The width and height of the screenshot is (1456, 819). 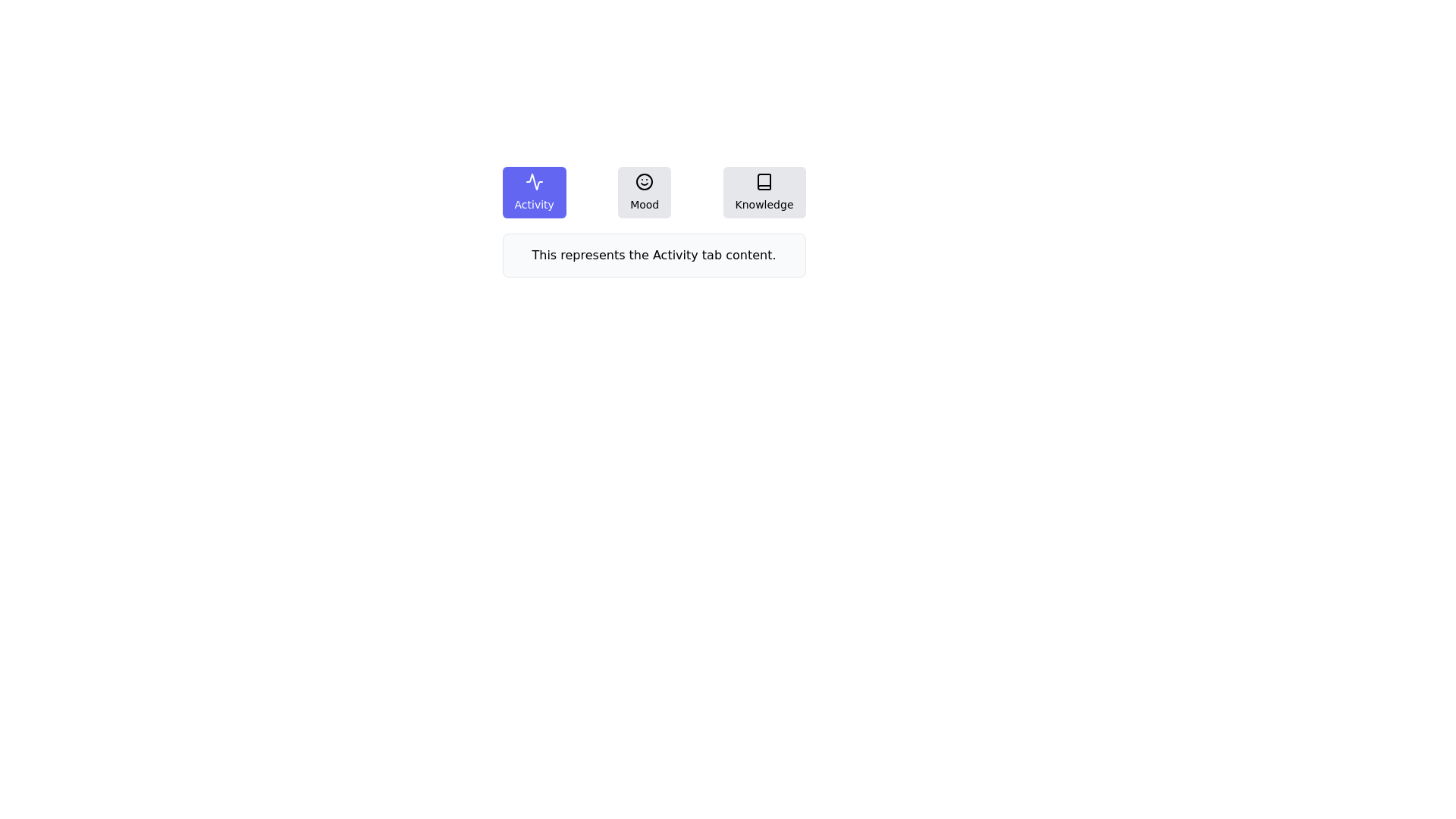 I want to click on the 'Mood' Tab button, which is the second item in a group of three buttons, to indicate selection, so click(x=645, y=192).